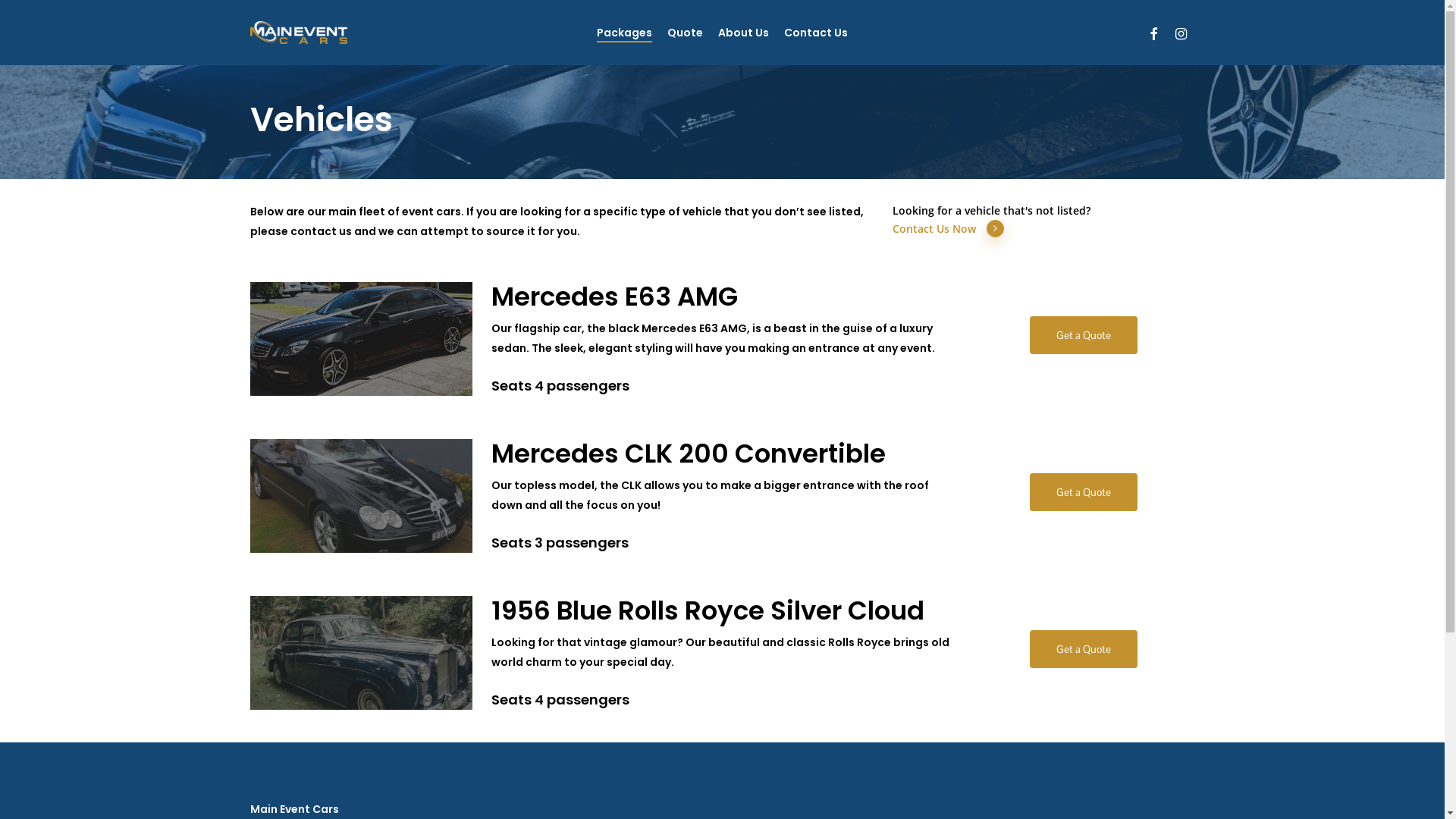 This screenshot has height=819, width=1456. What do you see at coordinates (1139, 32) in the screenshot?
I see `'facebook'` at bounding box center [1139, 32].